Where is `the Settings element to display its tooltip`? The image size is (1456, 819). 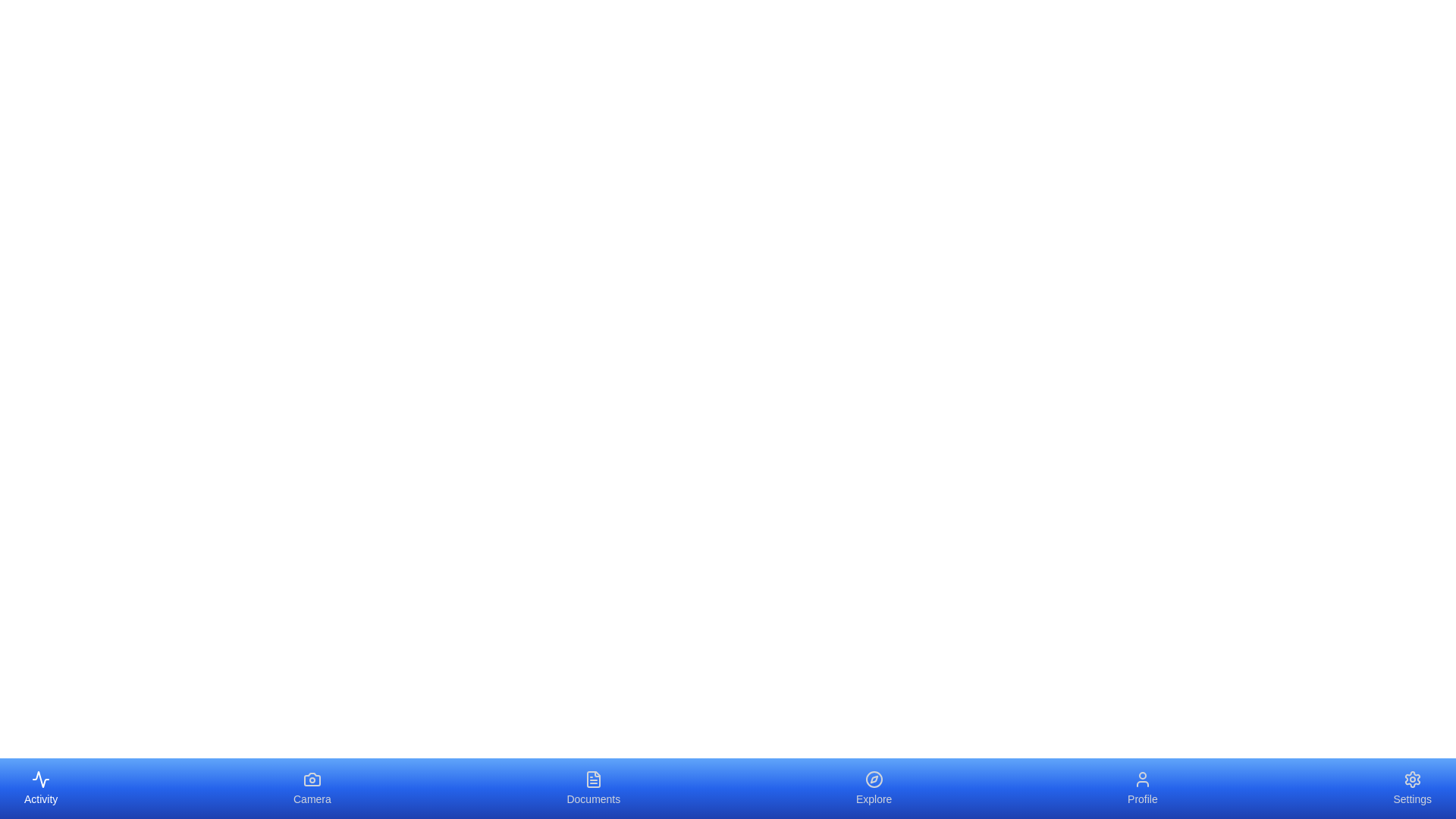 the Settings element to display its tooltip is located at coordinates (1411, 788).